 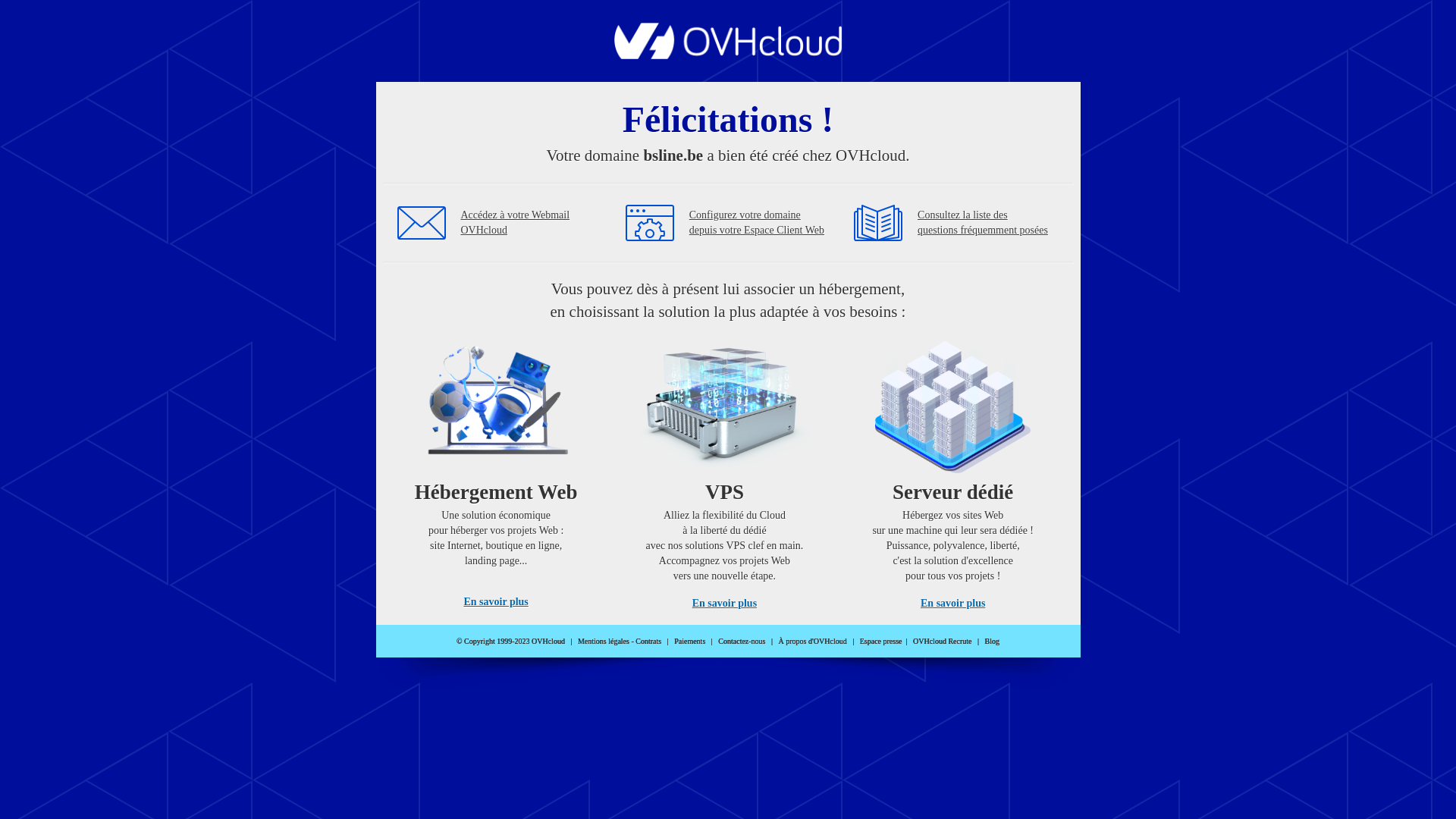 I want to click on 'Blog', so click(x=992, y=641).